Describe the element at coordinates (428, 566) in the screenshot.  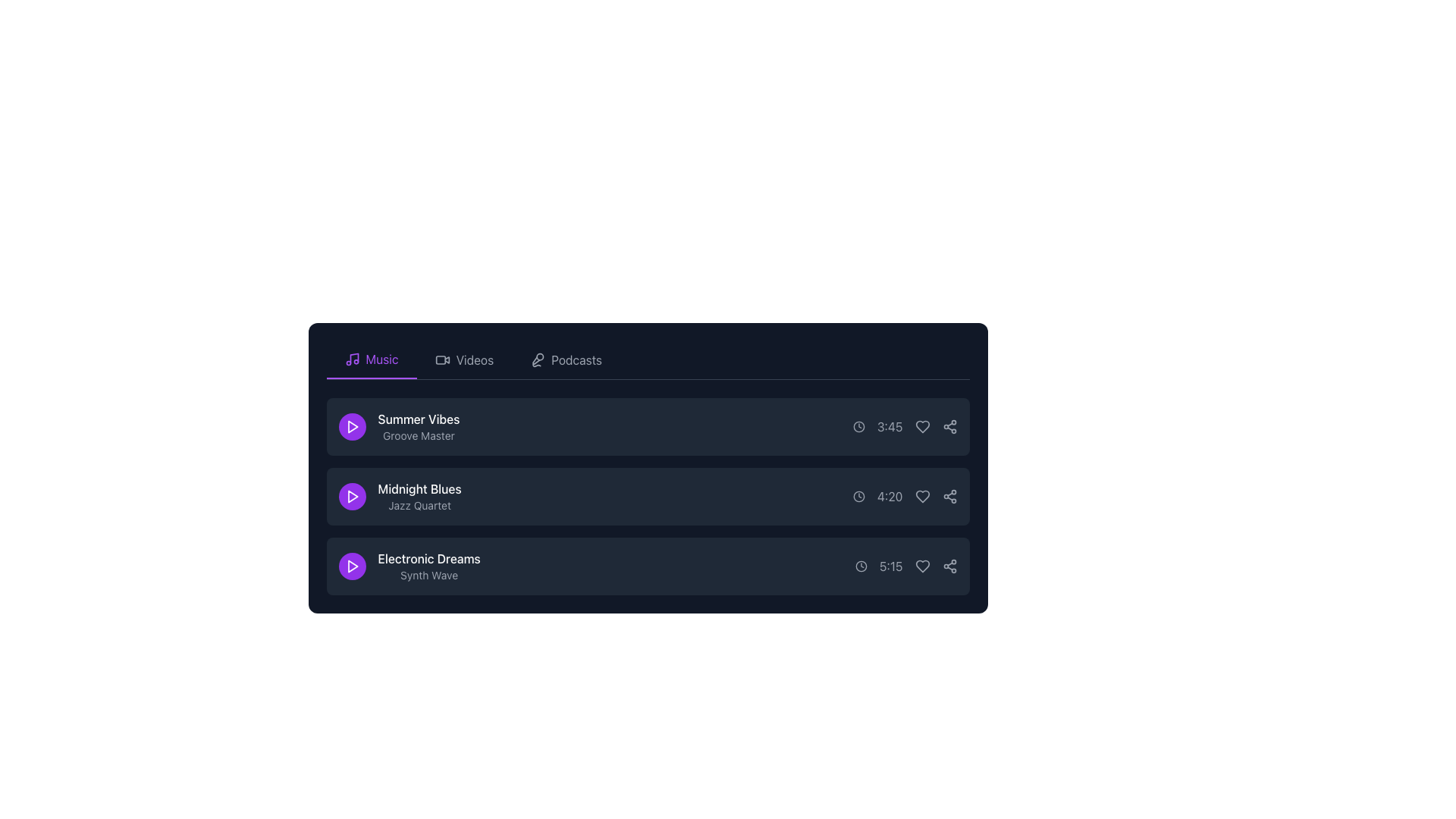
I see `the text display component that represents the title and description of a music track, positioned below 'Summer Vibes' and 'Midnight Blues', and to the right of the circular purple play button` at that location.